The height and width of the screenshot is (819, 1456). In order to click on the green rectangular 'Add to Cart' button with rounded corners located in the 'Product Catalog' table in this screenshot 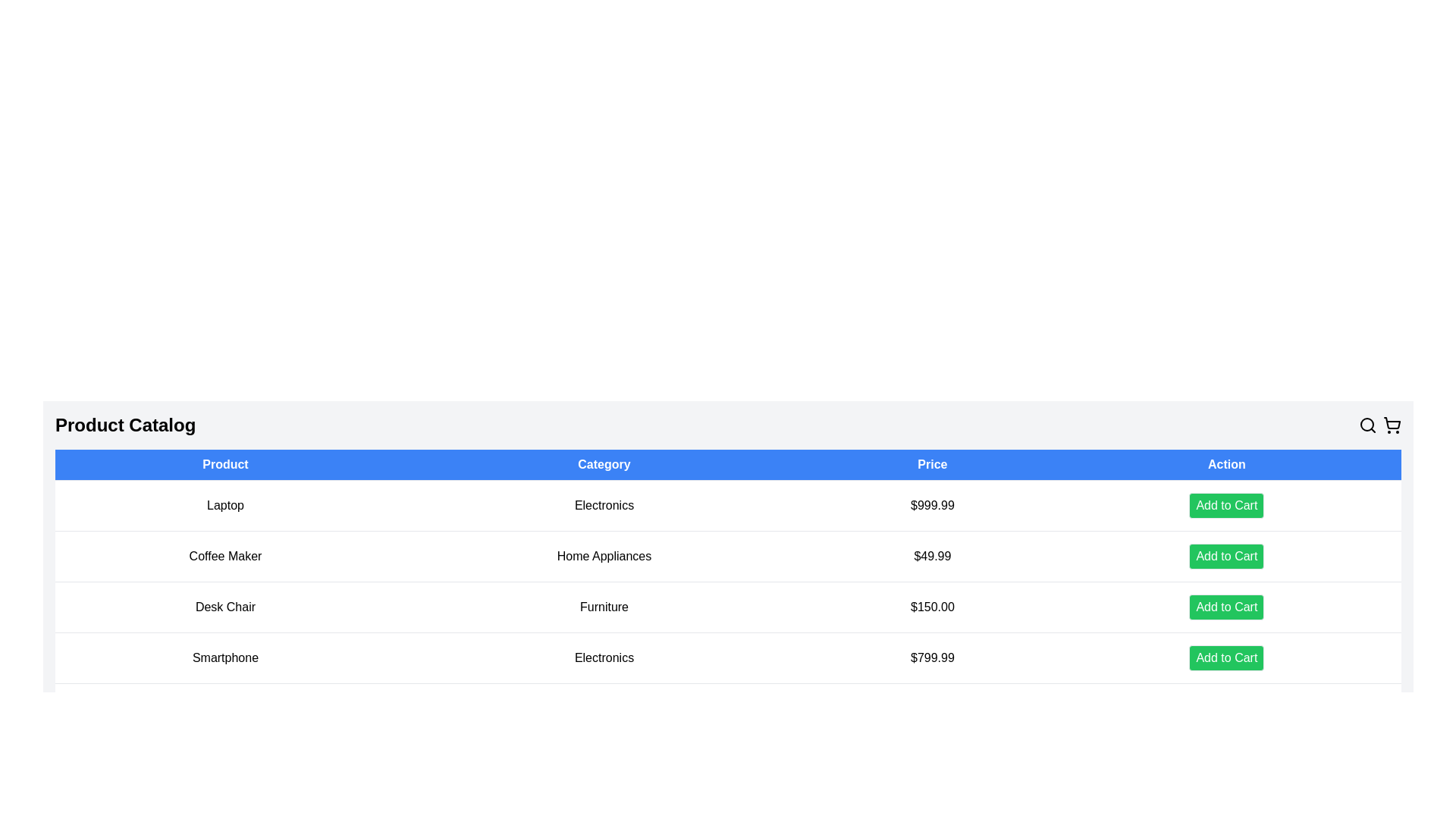, I will do `click(1226, 506)`.